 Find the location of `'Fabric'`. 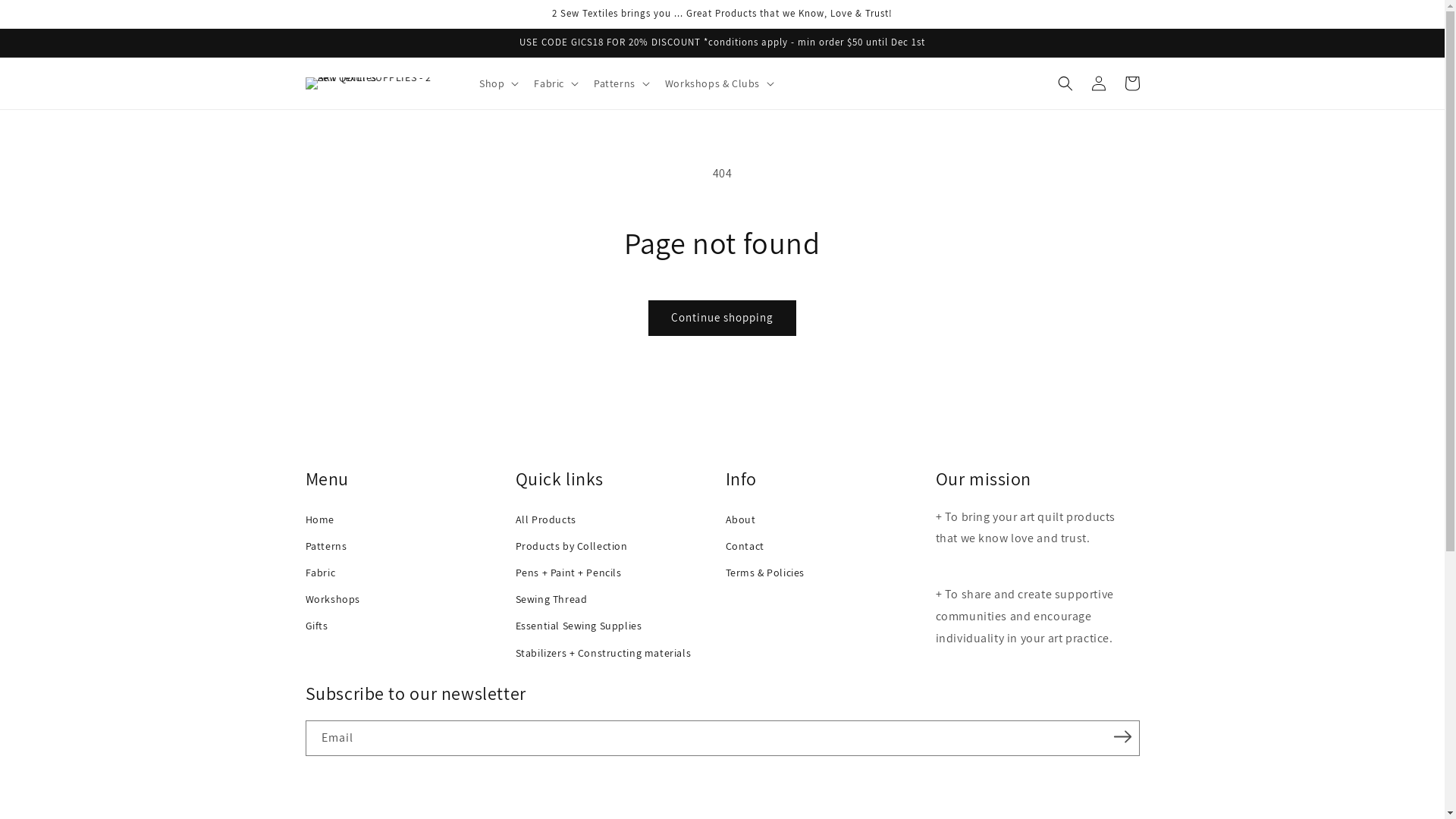

'Fabric' is located at coordinates (304, 573).